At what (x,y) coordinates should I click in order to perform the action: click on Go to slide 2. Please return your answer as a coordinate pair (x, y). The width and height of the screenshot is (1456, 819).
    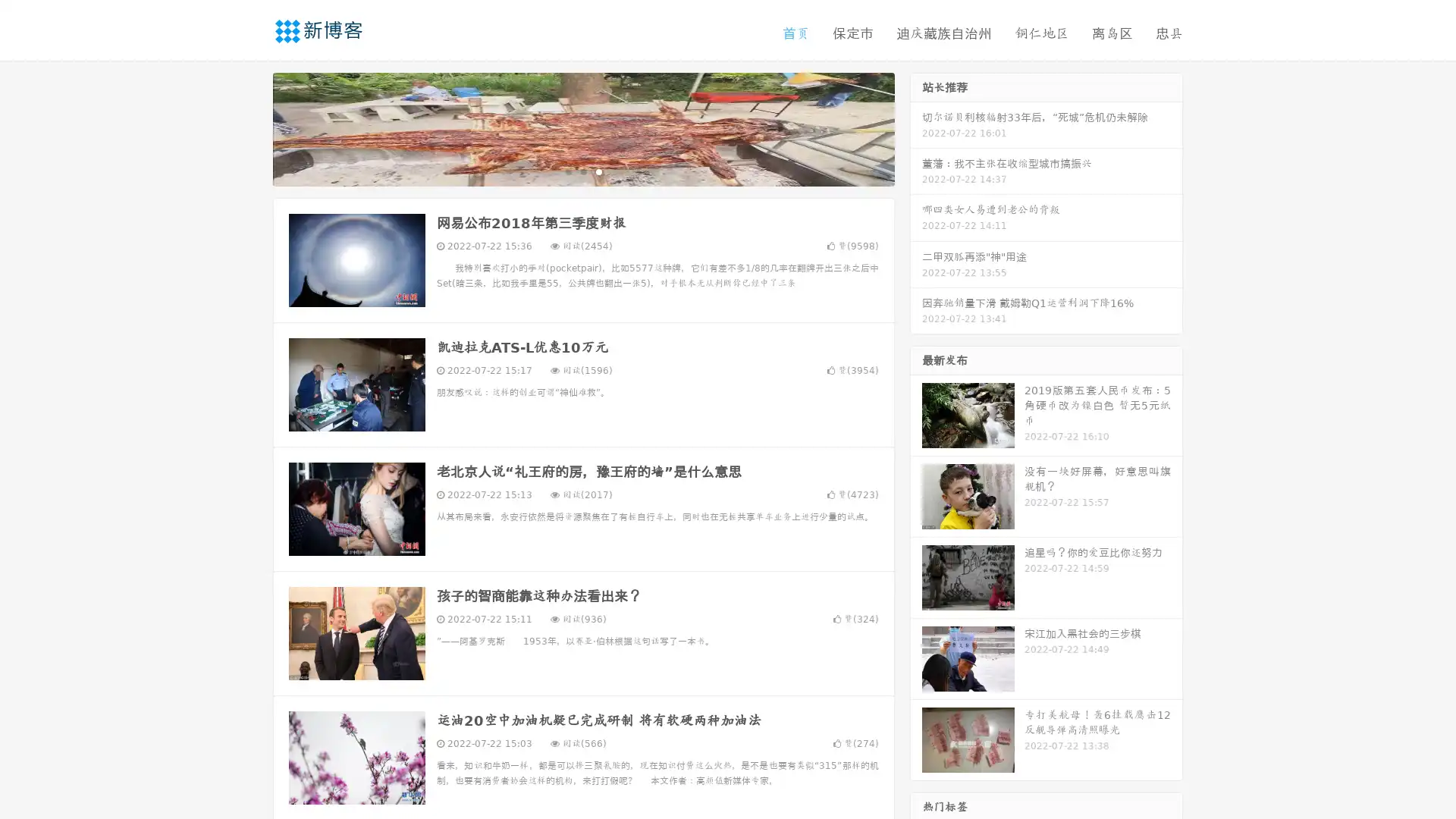
    Looking at the image, I should click on (582, 171).